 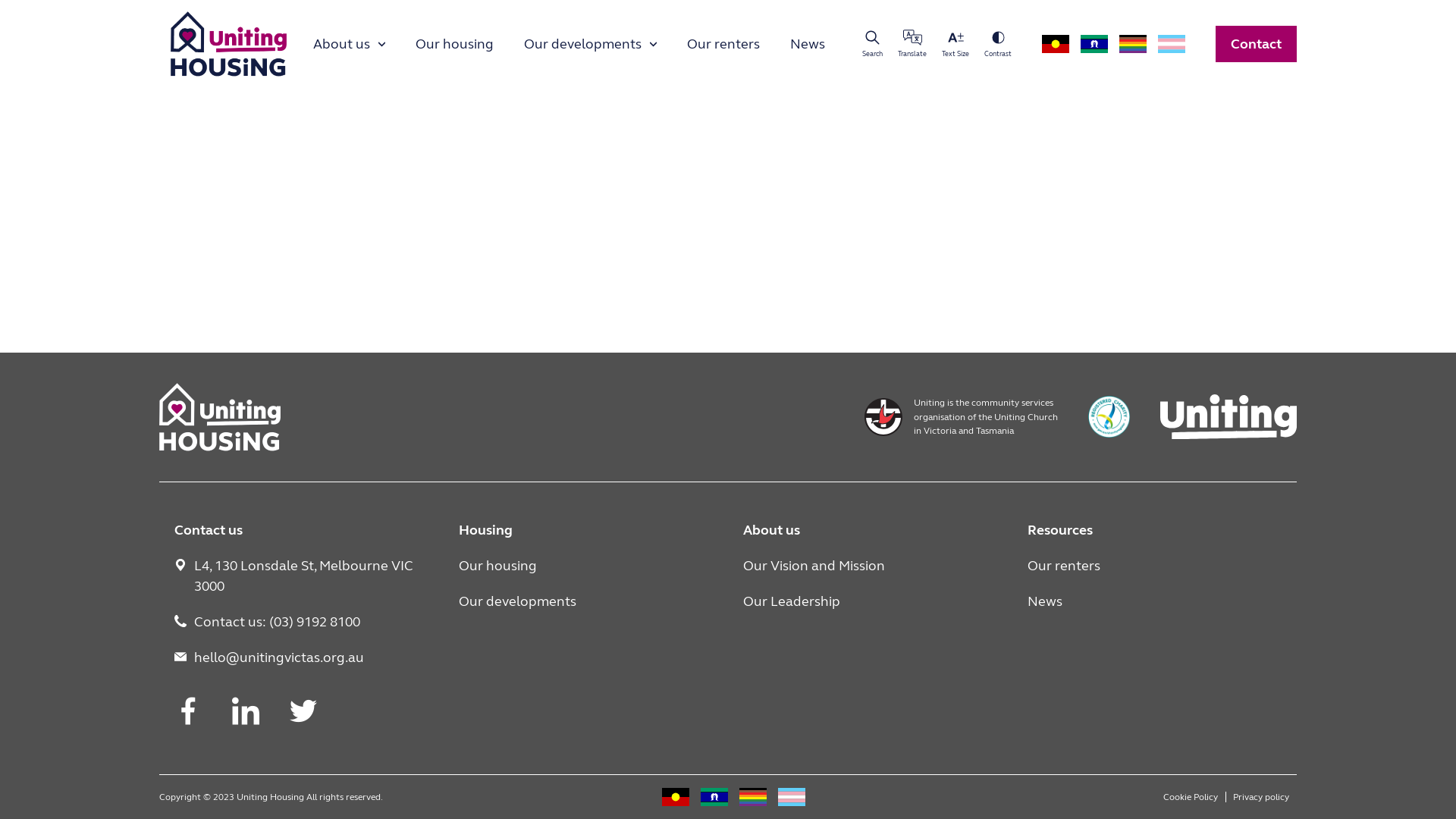 I want to click on 'Uniting', so click(x=1228, y=416).